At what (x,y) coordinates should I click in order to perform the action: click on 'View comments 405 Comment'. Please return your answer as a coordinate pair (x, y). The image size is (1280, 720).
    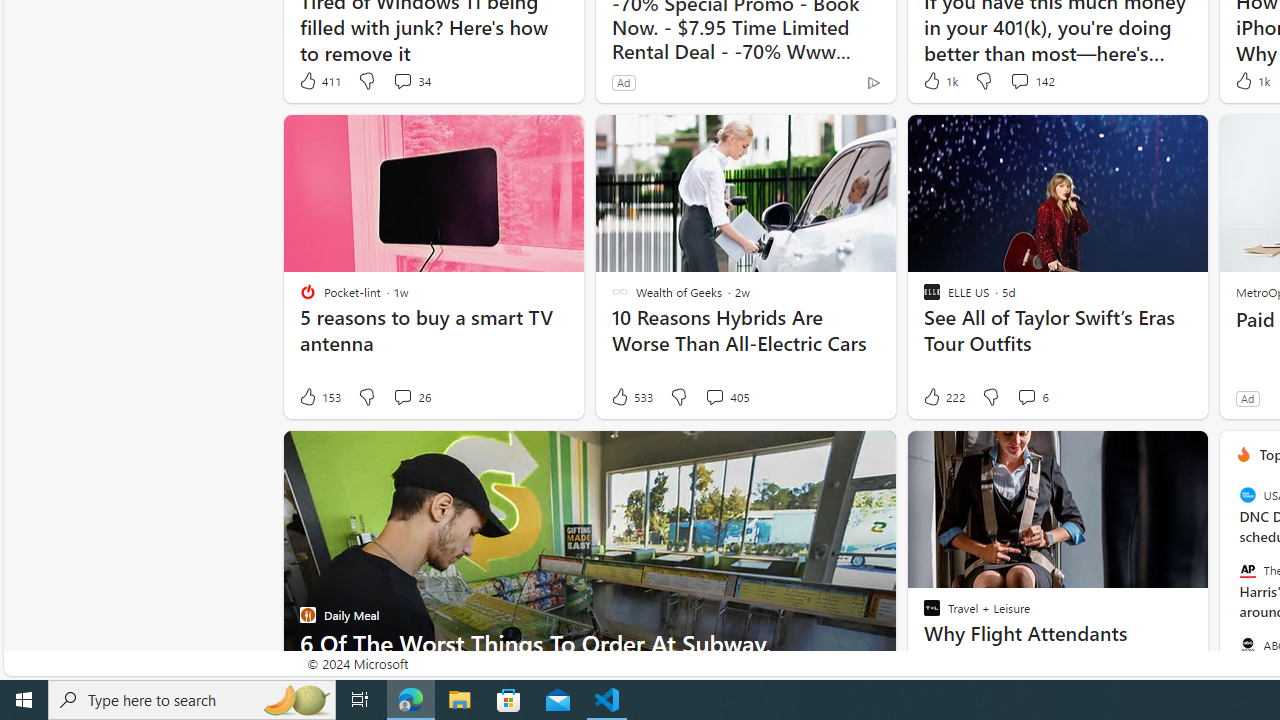
    Looking at the image, I should click on (714, 397).